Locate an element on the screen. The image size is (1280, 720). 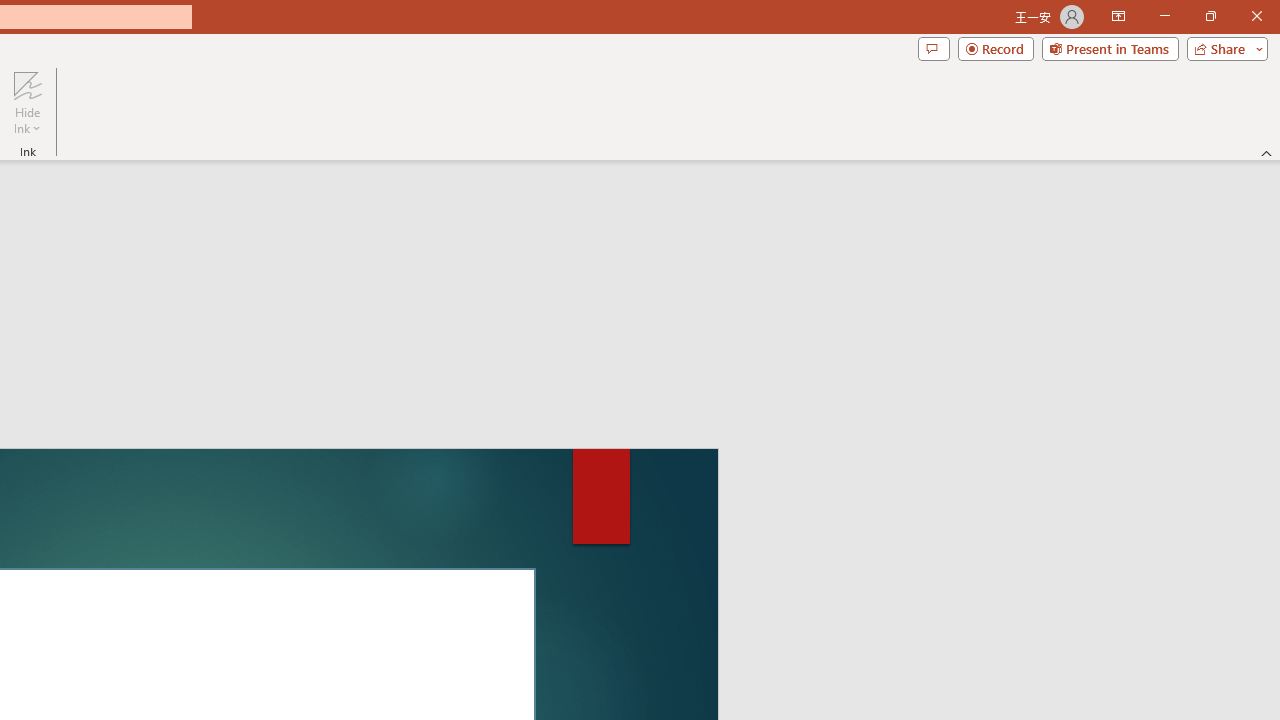
'Present in Teams' is located at coordinates (1109, 47).